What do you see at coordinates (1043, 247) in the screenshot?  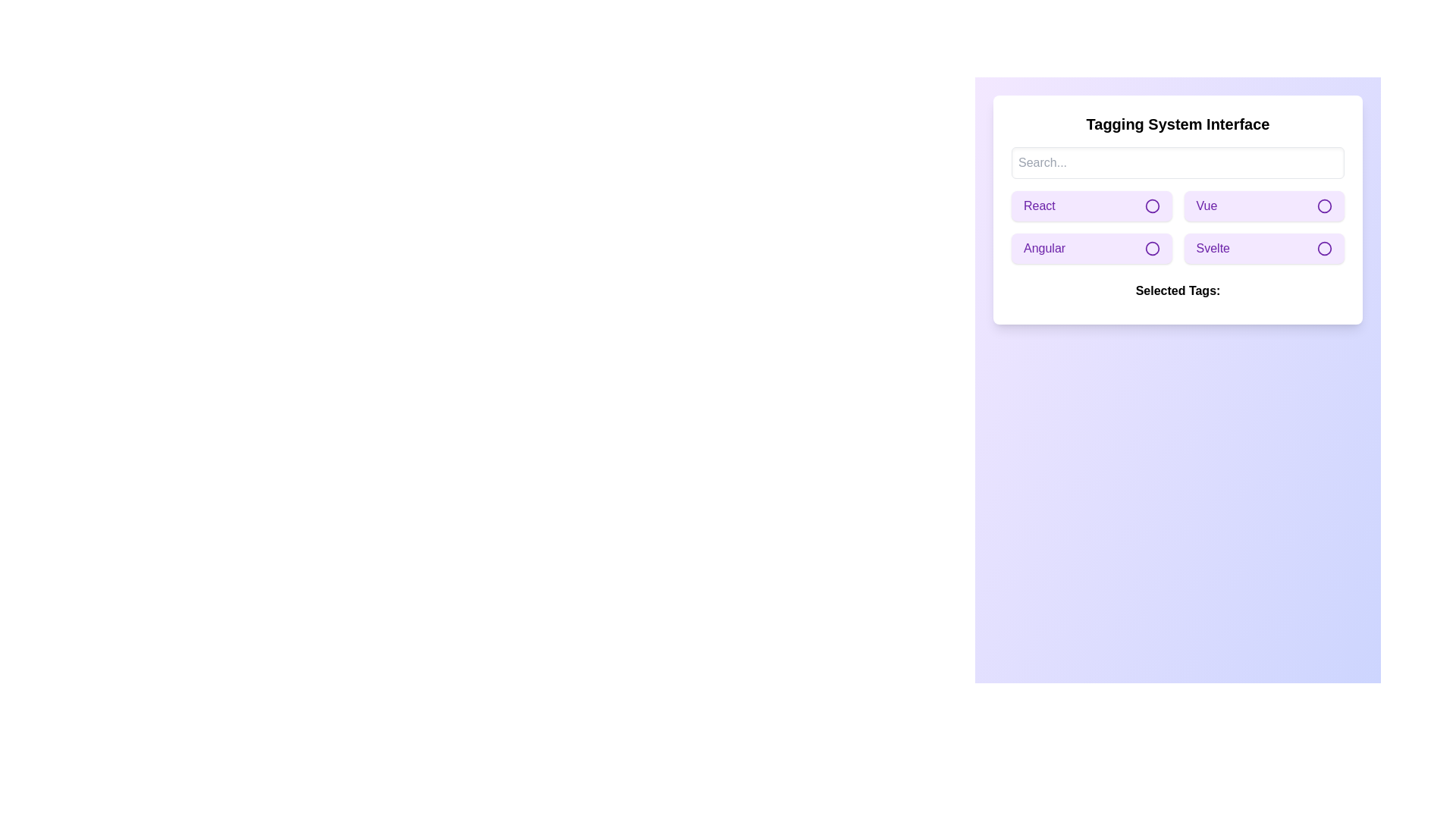 I see `the text label reading 'Angular' displayed in purple within the tag component` at bounding box center [1043, 247].